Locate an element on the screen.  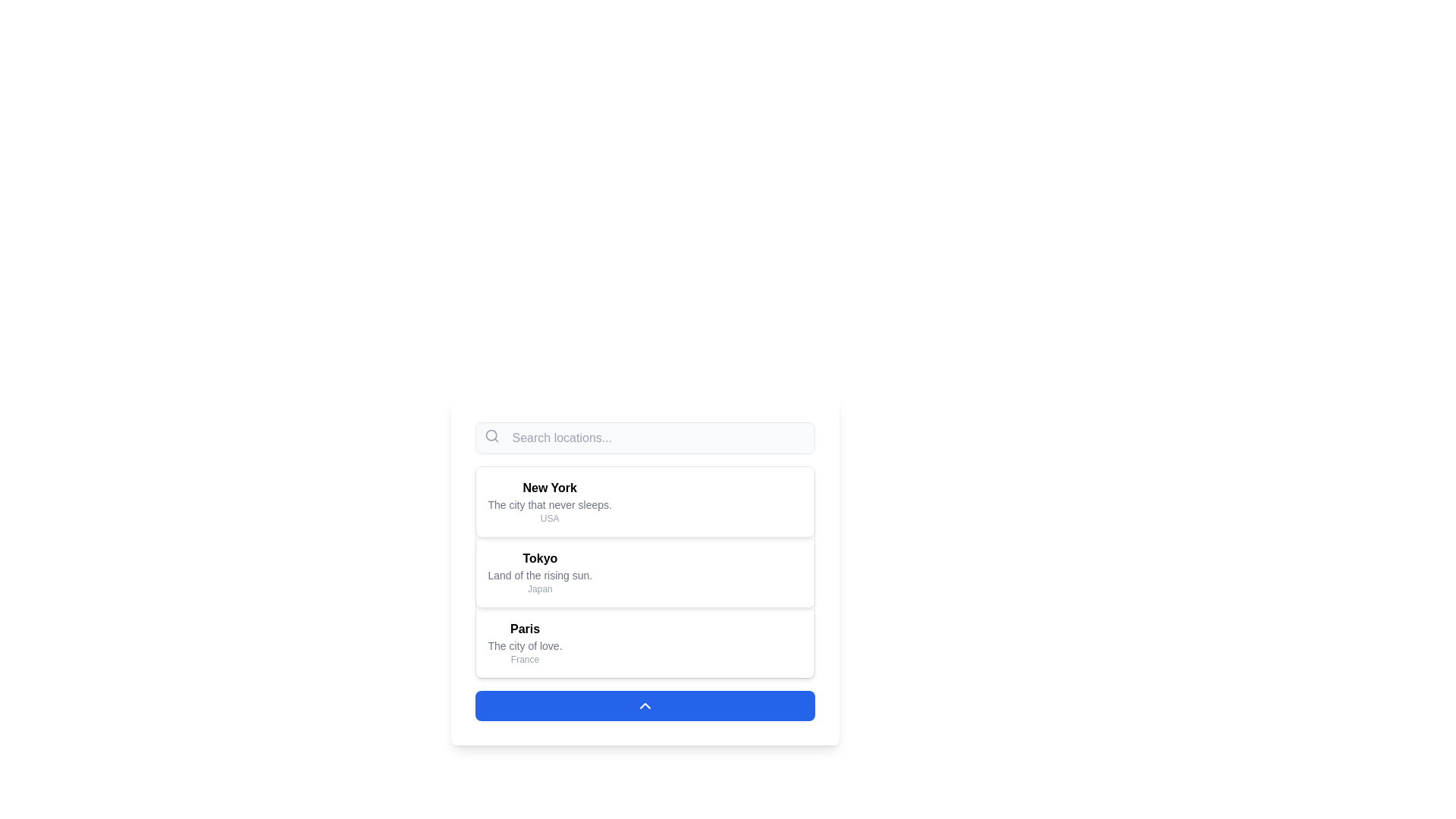
the card labeled 'Tokyo' is located at coordinates (645, 571).